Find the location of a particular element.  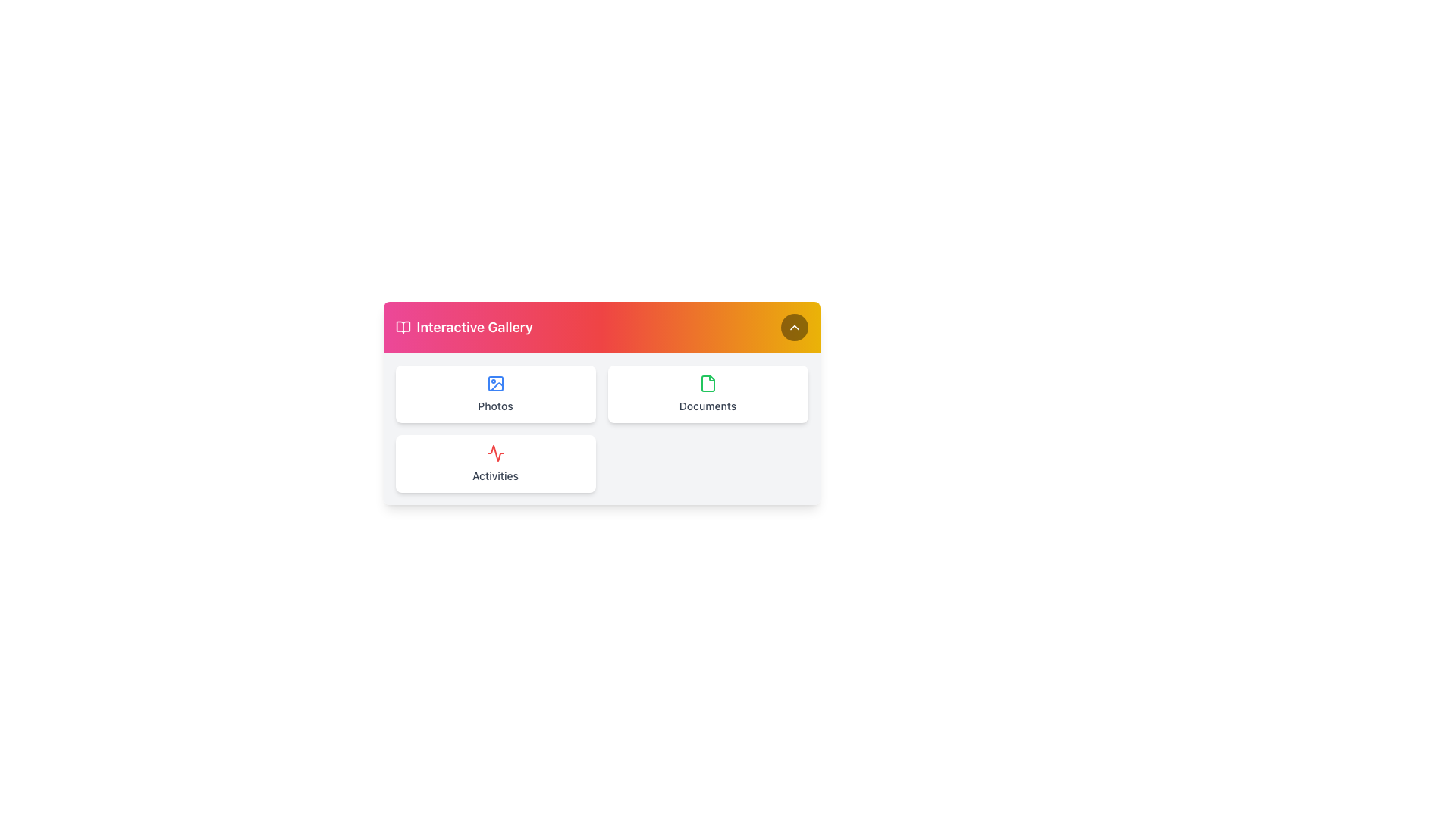

text label displaying 'Photos' located in the first card of the top row within the 'Interactive Gallery' section, which has a gray-colored font and is positioned below an image icon is located at coordinates (495, 406).